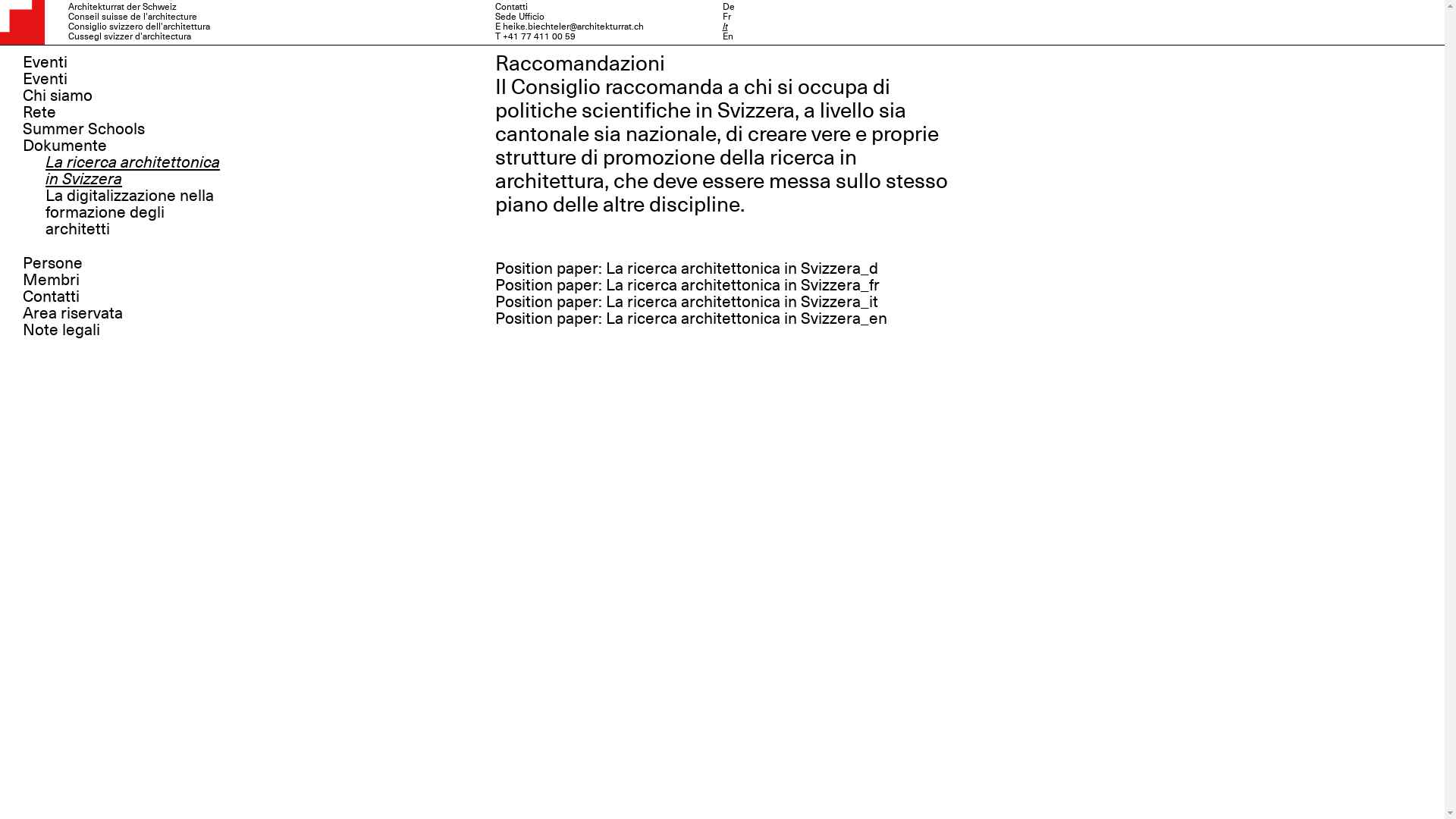  Describe the element at coordinates (83, 127) in the screenshot. I see `'Summer Schools'` at that location.